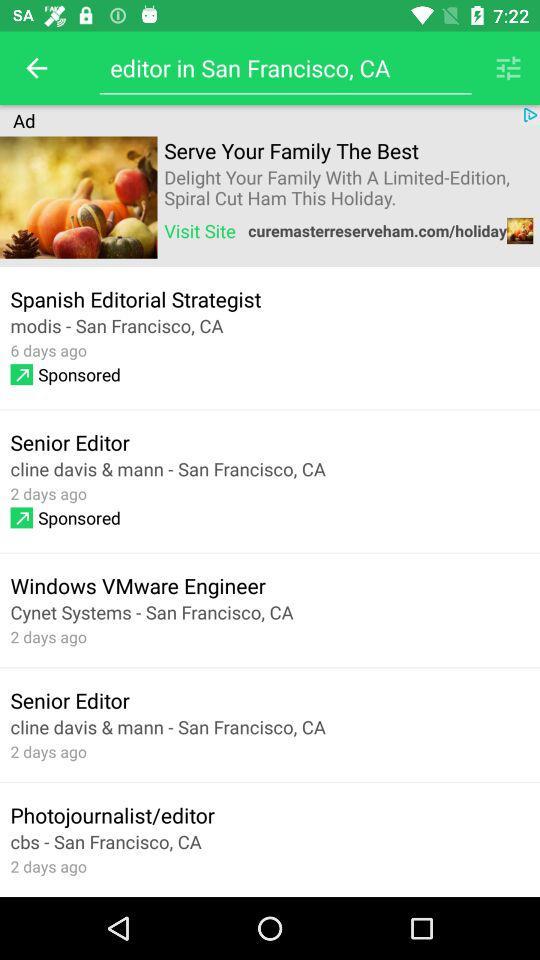 Image resolution: width=540 pixels, height=960 pixels. I want to click on the item next to editor in san icon, so click(508, 68).